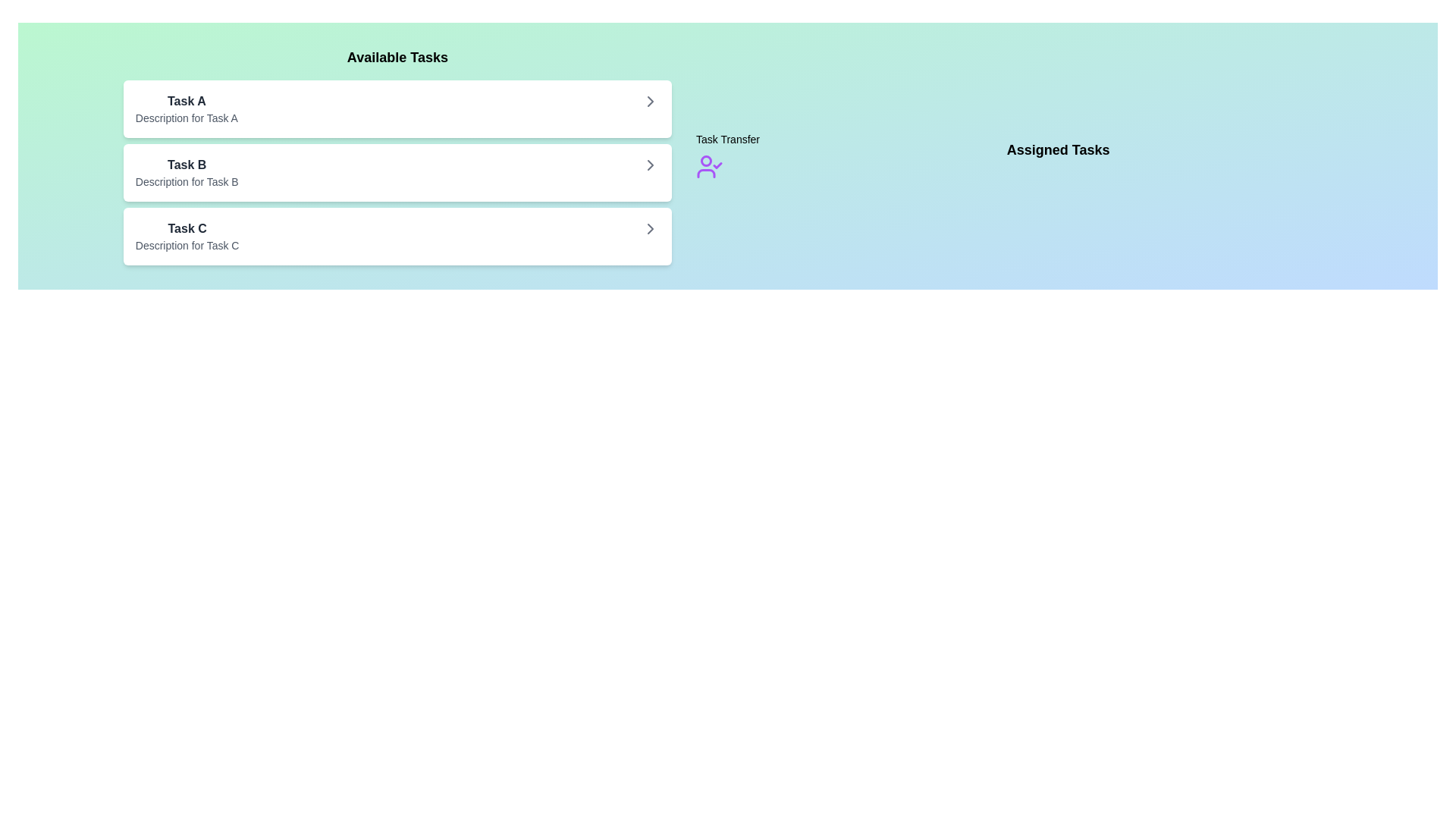  What do you see at coordinates (397, 108) in the screenshot?
I see `the task item Task A in the list` at bounding box center [397, 108].